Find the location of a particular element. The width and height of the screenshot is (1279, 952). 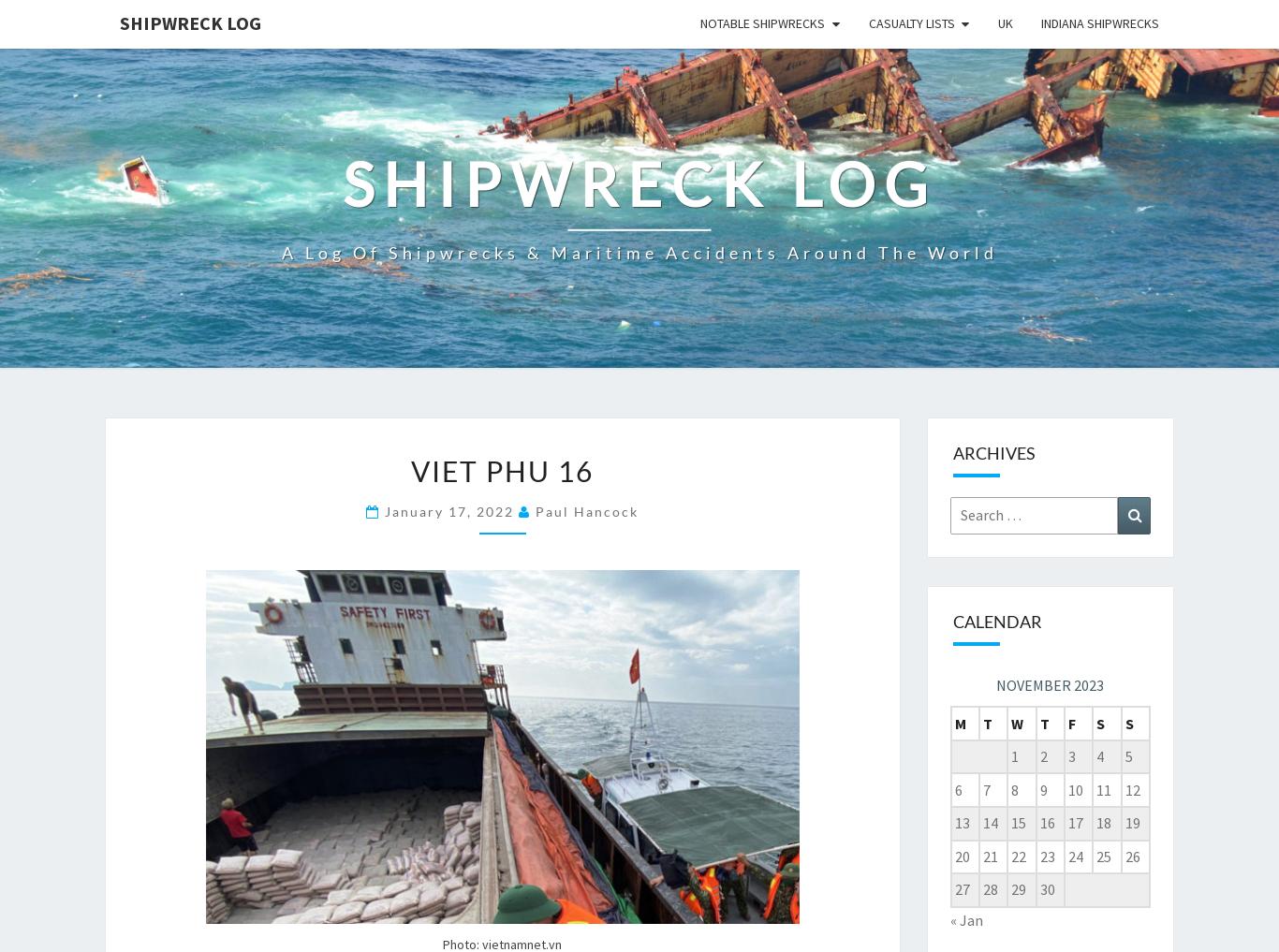

'15' is located at coordinates (1018, 822).